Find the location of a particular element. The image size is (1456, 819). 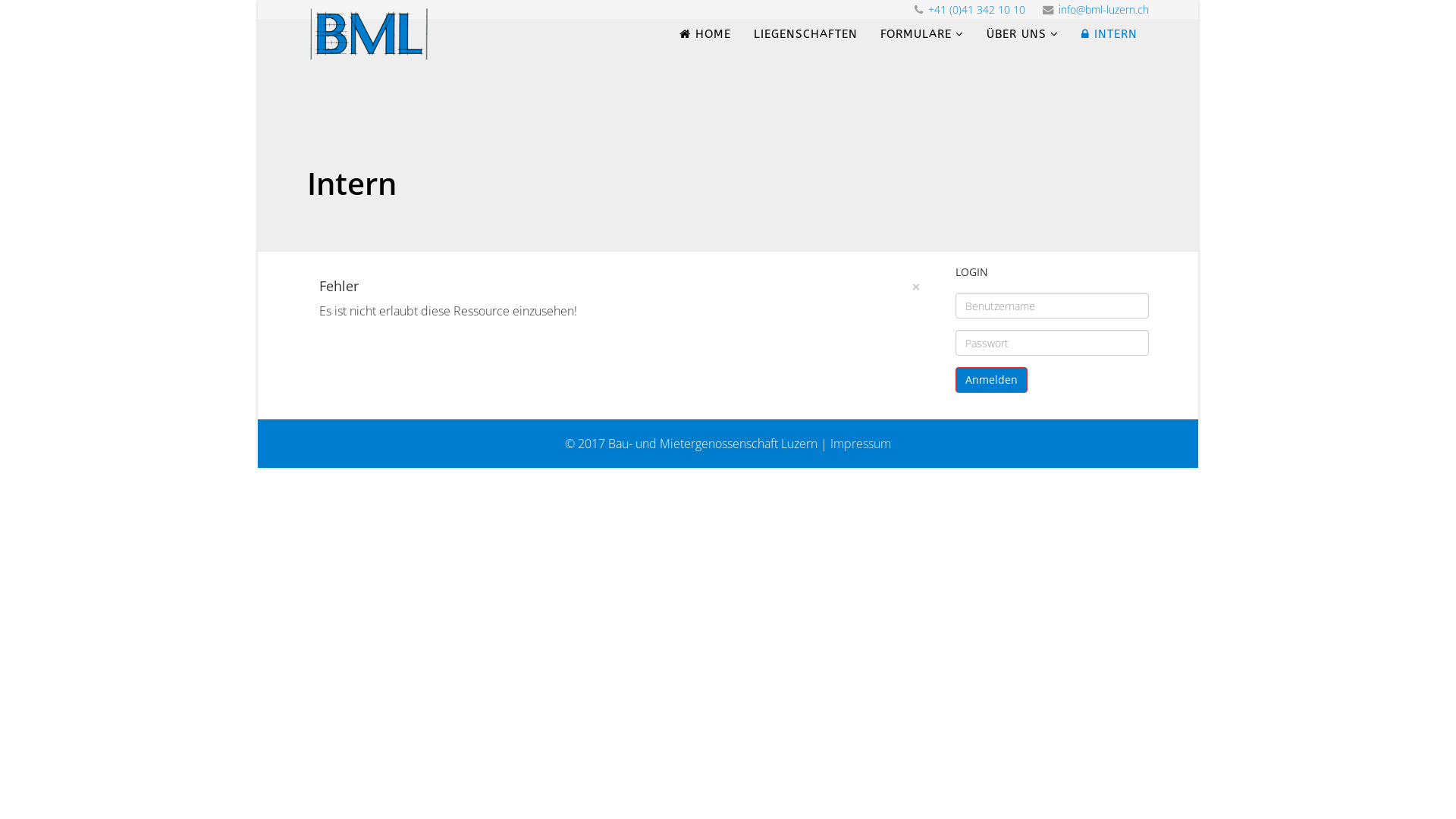

'INTERN' is located at coordinates (1109, 34).